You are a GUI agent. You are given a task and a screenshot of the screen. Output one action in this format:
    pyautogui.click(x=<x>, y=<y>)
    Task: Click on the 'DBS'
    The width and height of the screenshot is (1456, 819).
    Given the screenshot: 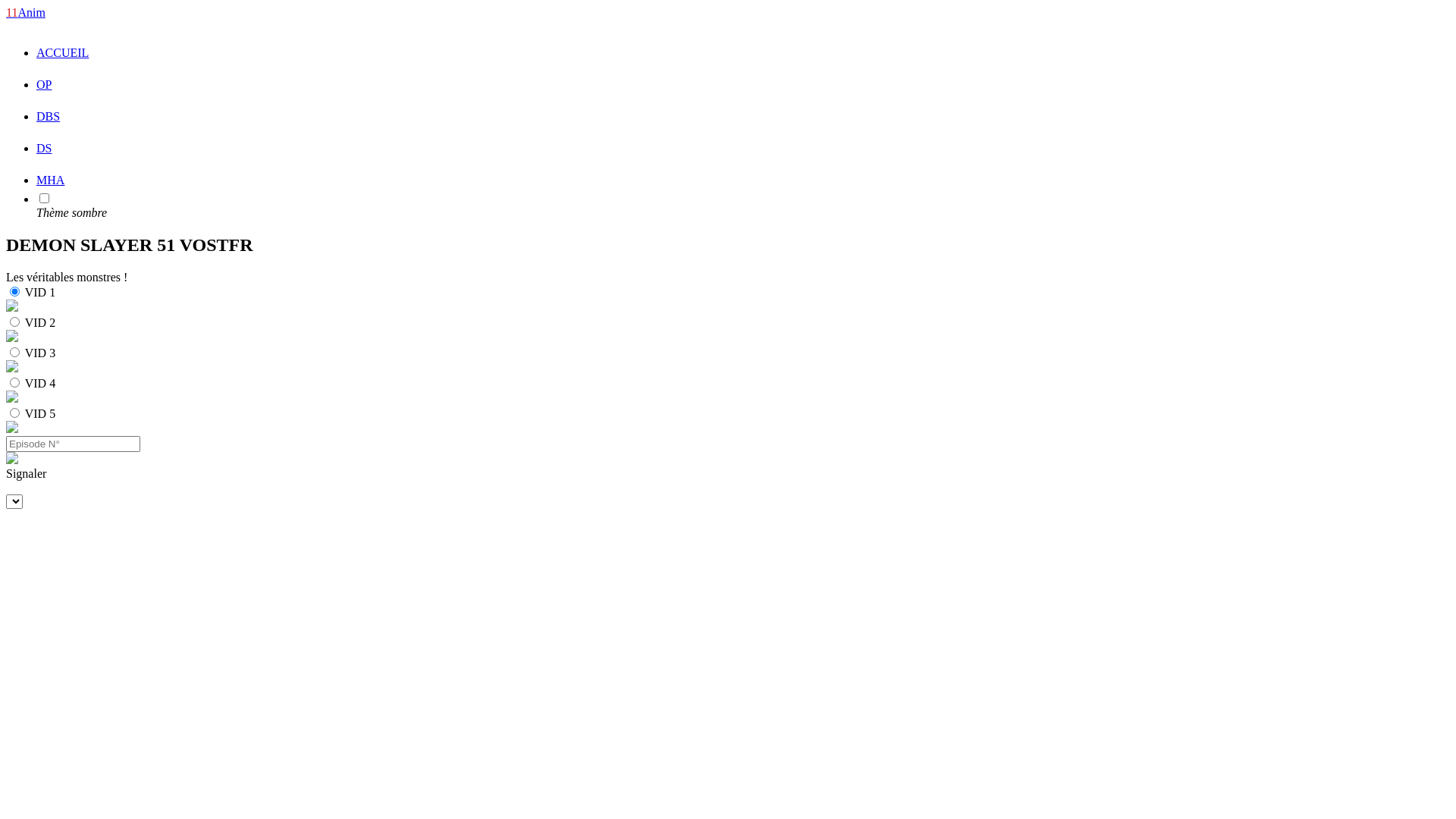 What is the action you would take?
    pyautogui.click(x=48, y=115)
    